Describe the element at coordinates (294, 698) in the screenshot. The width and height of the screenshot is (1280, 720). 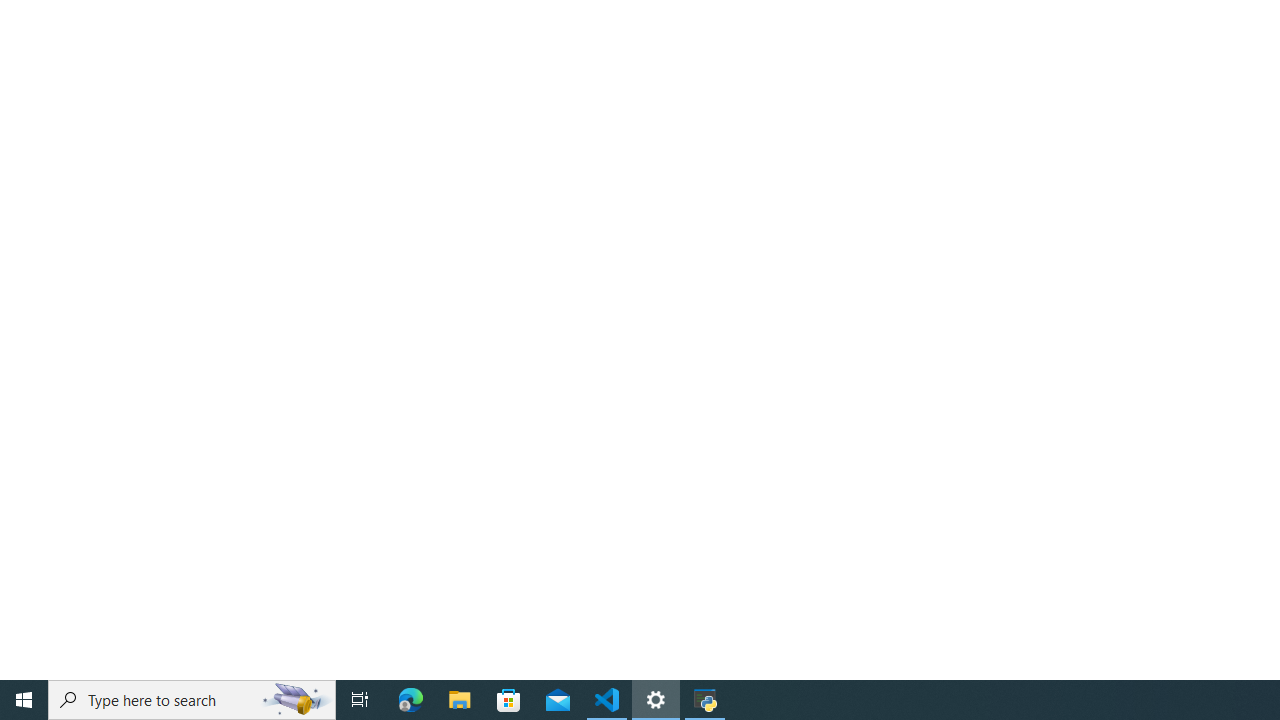
I see `'Search highlights icon opens search home window'` at that location.